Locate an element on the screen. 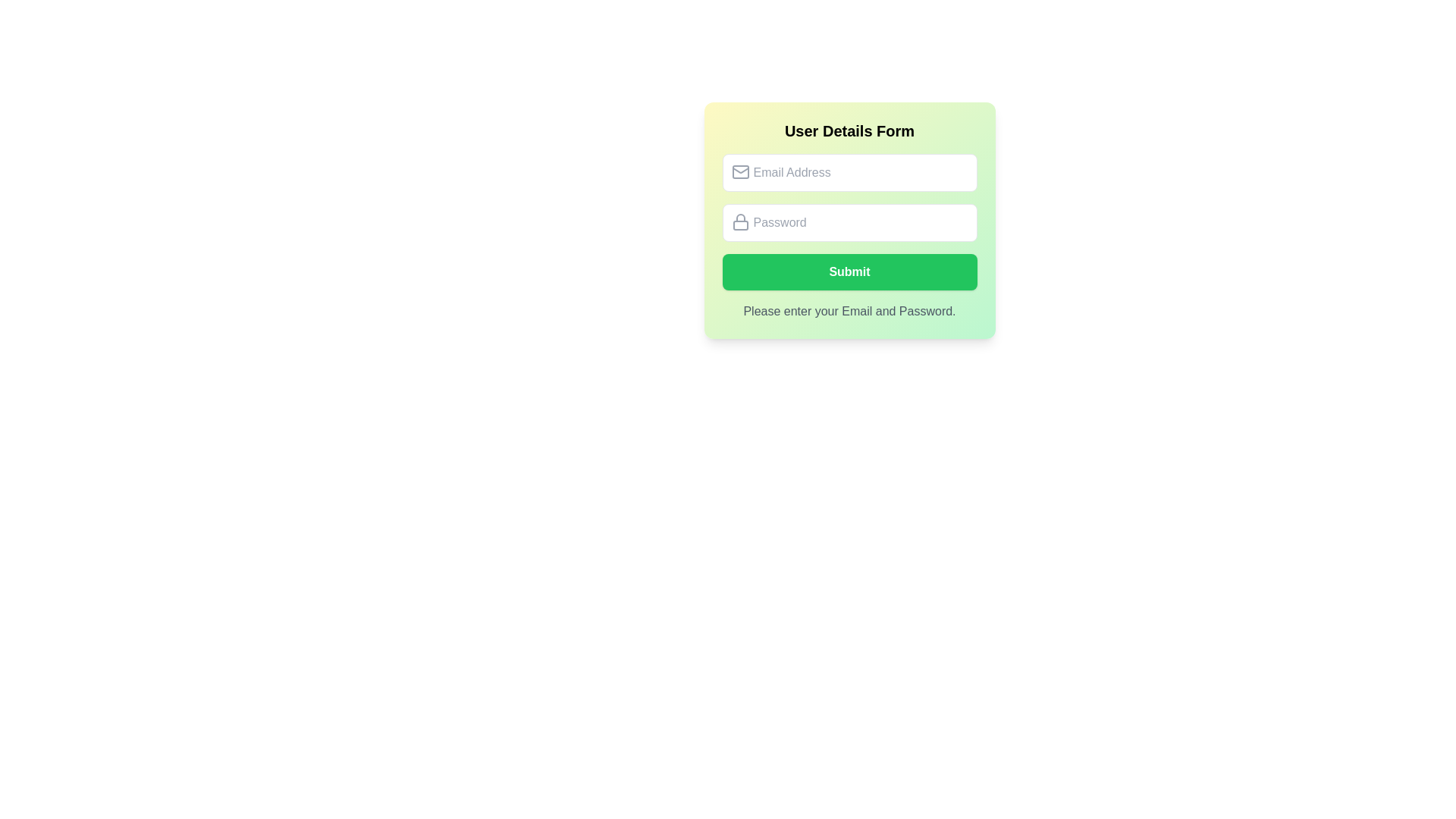 Image resolution: width=1456 pixels, height=819 pixels. informational text that instructs users to provide their email and password, located below the 'Submit' button in the form is located at coordinates (849, 311).